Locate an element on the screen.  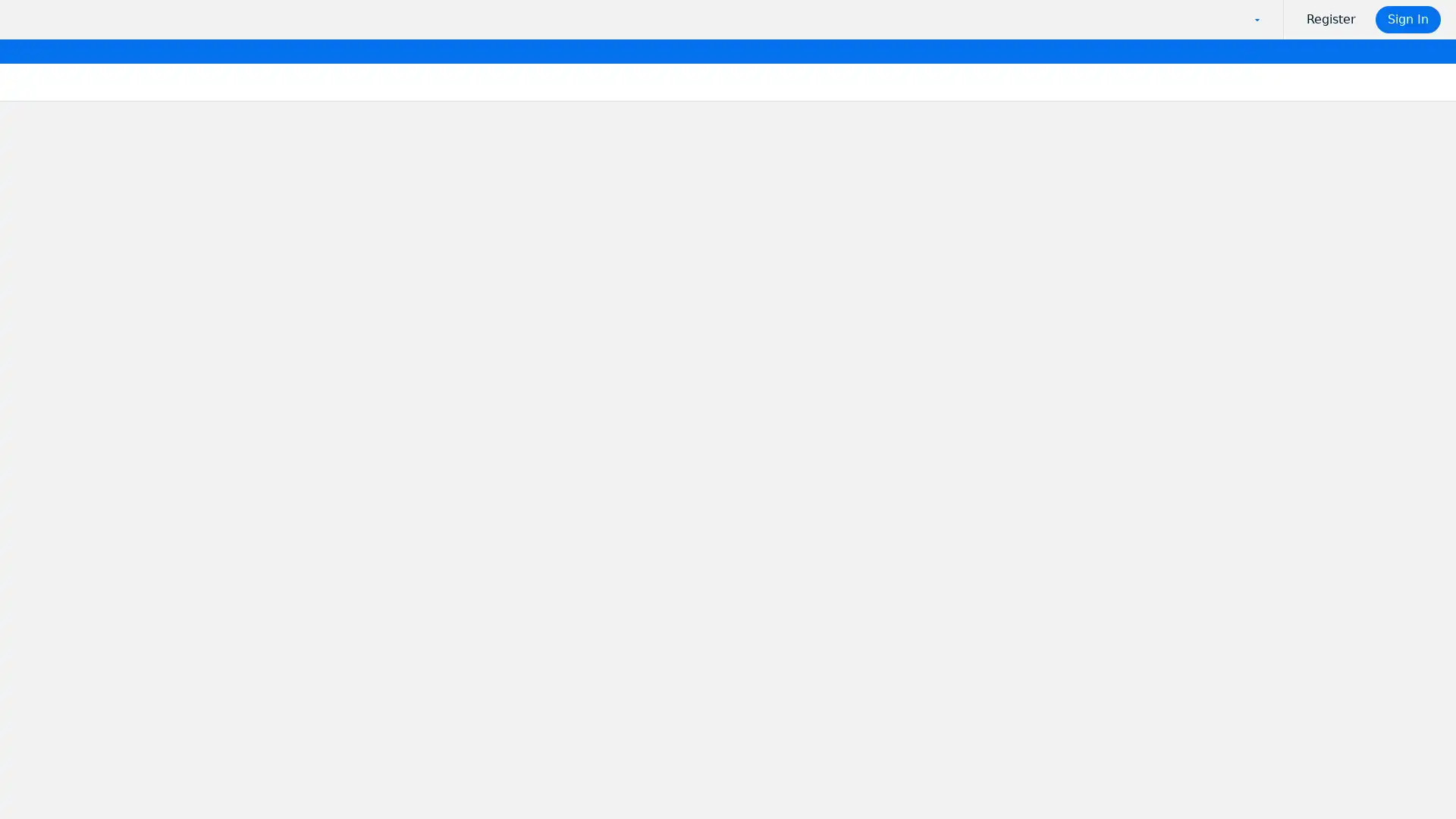
Accept is located at coordinates (1139, 772).